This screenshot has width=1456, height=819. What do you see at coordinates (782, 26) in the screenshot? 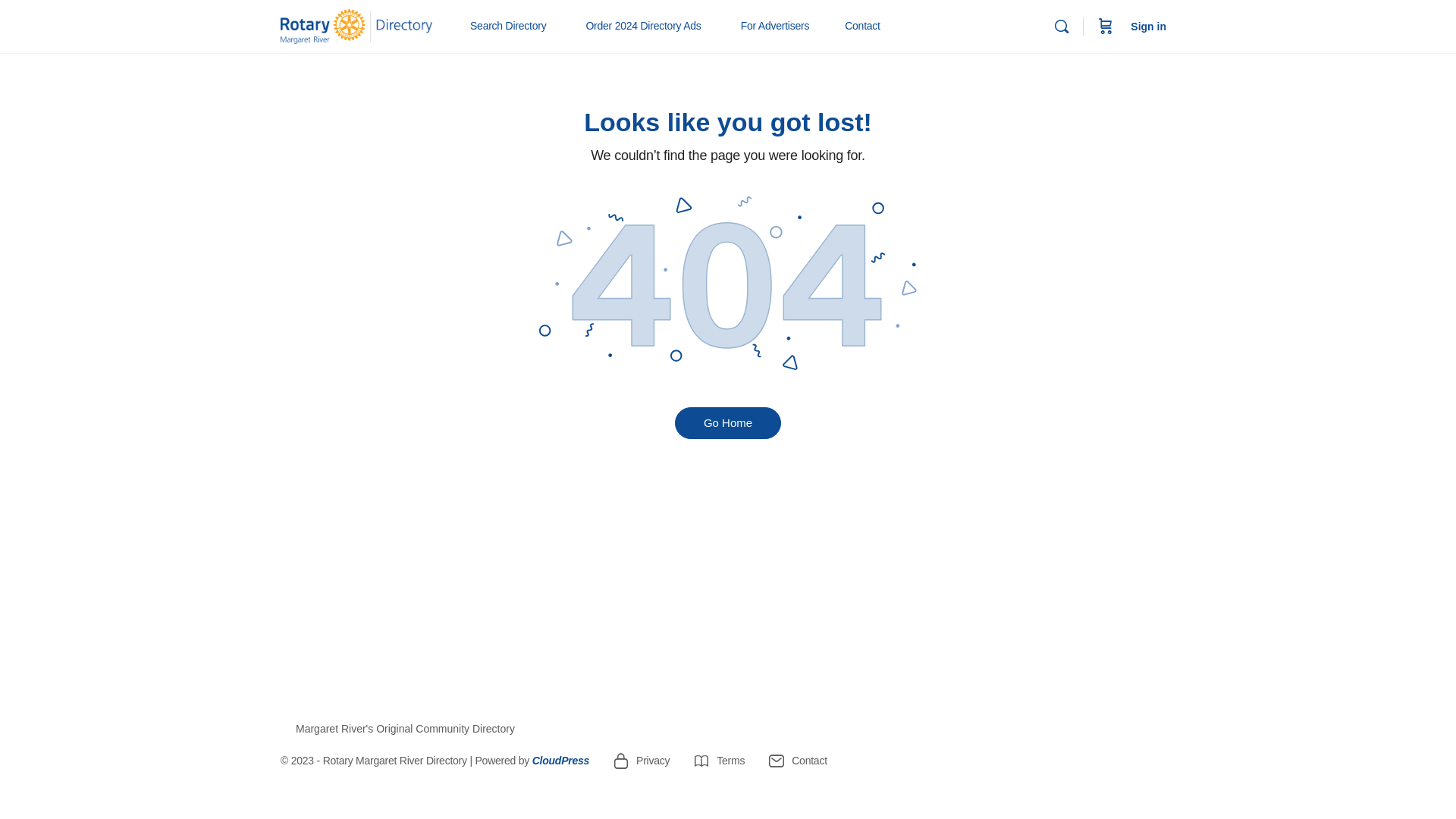
I see `'For Advertisers'` at bounding box center [782, 26].